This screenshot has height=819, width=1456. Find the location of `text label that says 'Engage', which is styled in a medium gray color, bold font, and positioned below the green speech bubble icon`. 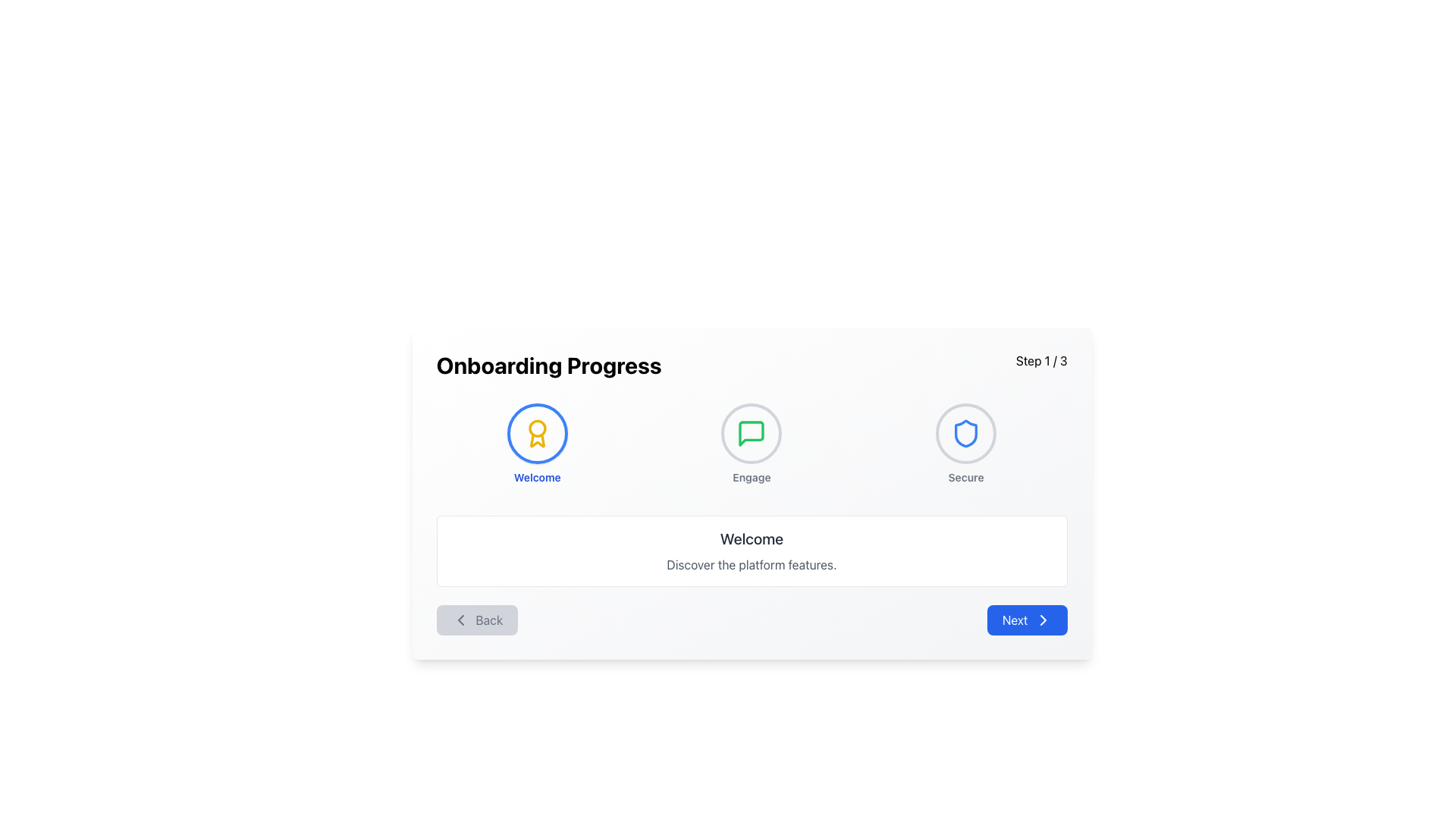

text label that says 'Engage', which is styled in a medium gray color, bold font, and positioned below the green speech bubble icon is located at coordinates (752, 476).